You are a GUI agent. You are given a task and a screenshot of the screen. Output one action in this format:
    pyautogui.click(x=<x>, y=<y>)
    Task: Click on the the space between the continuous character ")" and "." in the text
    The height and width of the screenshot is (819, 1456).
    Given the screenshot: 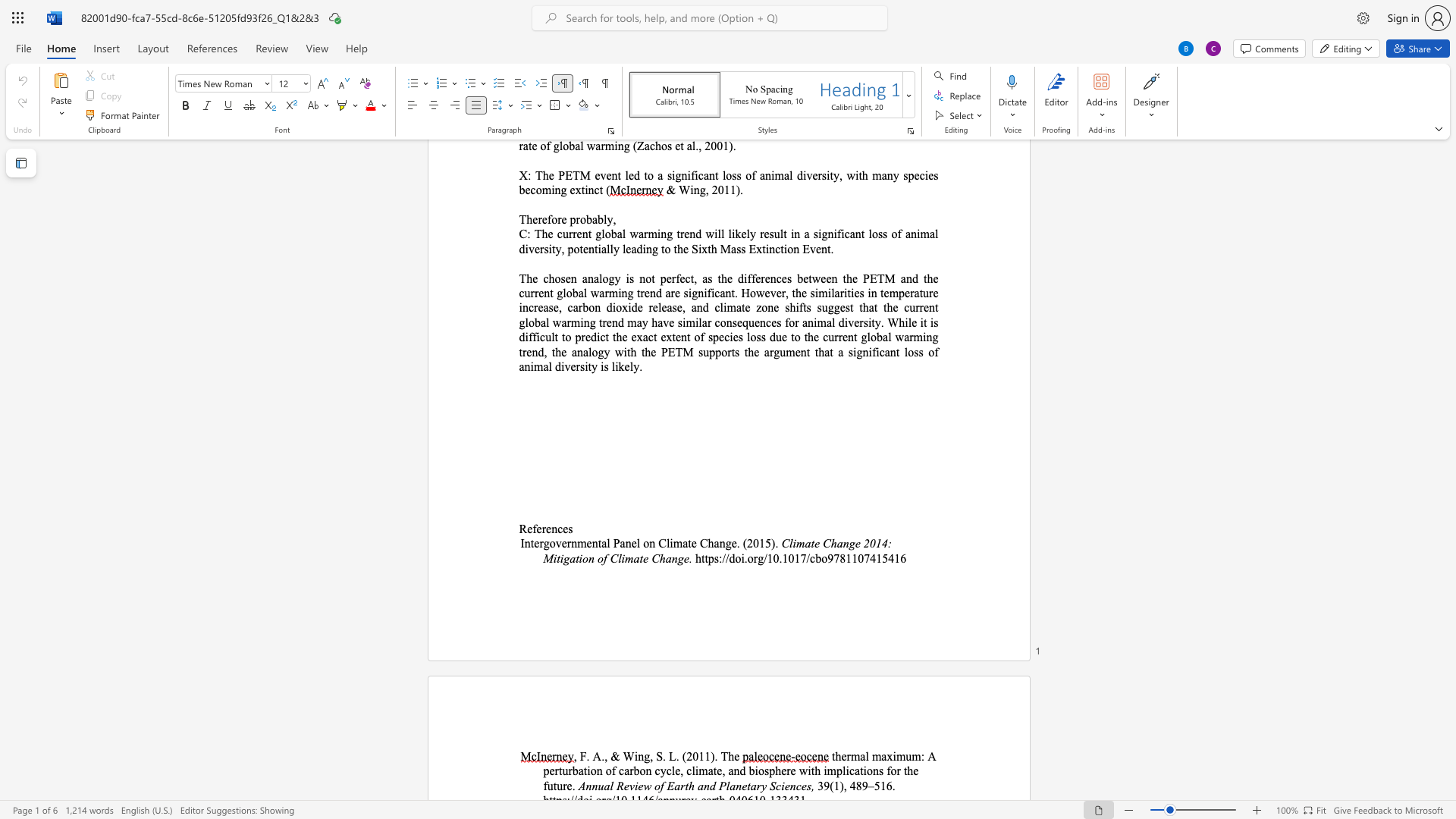 What is the action you would take?
    pyautogui.click(x=775, y=542)
    